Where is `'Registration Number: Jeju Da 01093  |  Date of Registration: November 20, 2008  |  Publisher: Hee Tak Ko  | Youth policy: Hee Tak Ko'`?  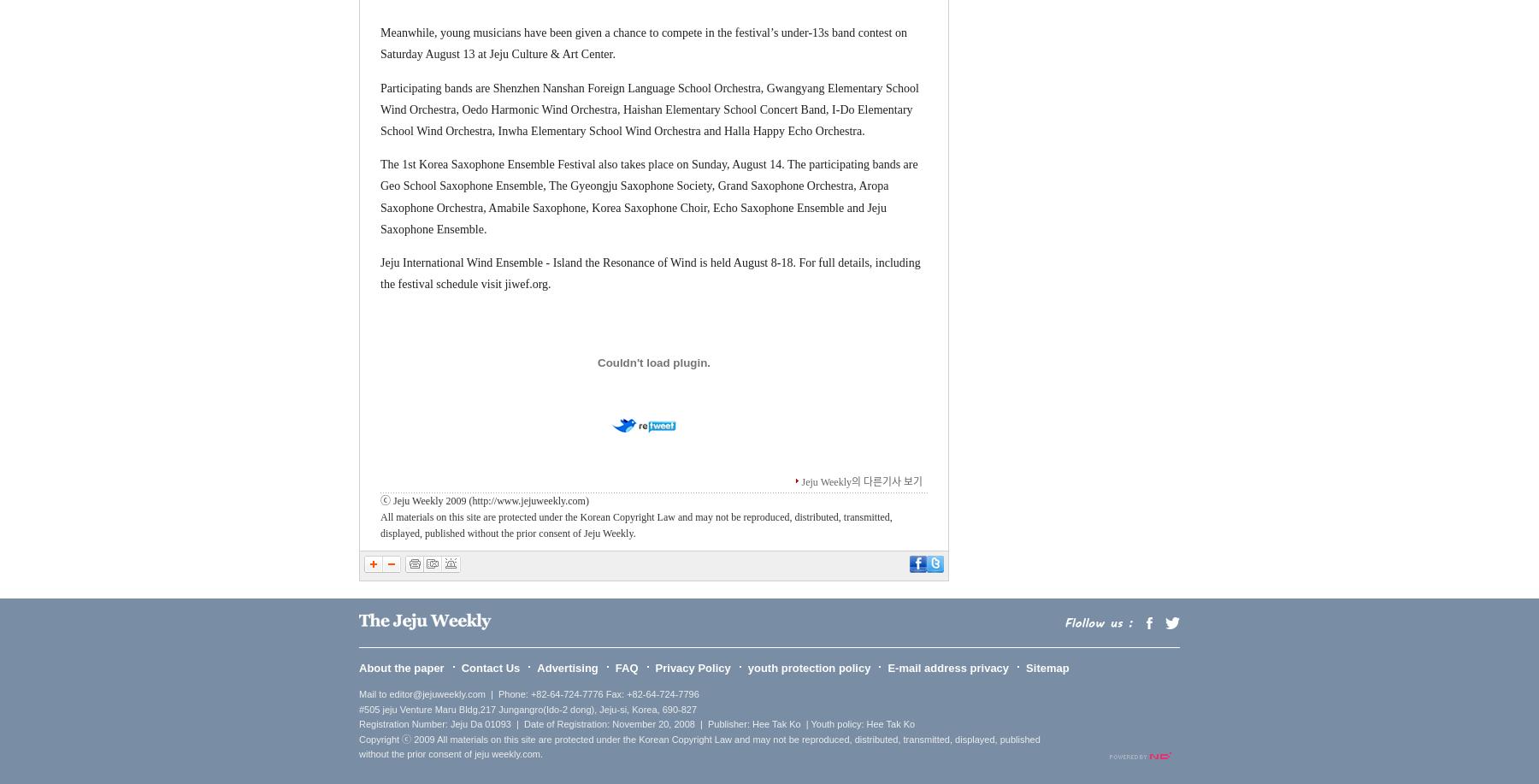 'Registration Number: Jeju Da 01093  |  Date of Registration: November 20, 2008  |  Publisher: Hee Tak Ko  | Youth policy: Hee Tak Ko' is located at coordinates (636, 724).